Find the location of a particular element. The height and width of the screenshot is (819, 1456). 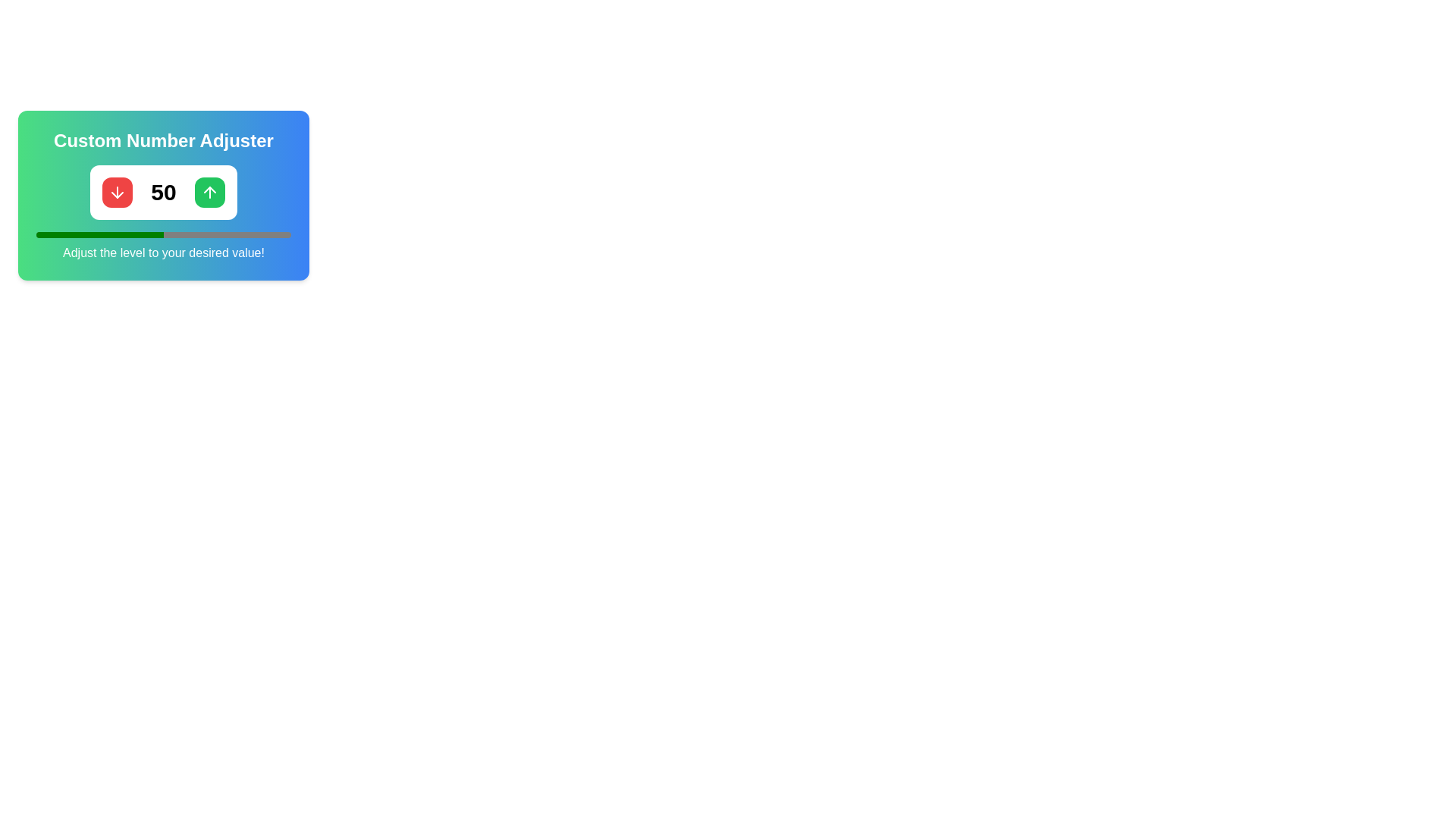

the circular red button with a white down-arrow icon to decrement the value next to the numerical display '50' is located at coordinates (117, 192).